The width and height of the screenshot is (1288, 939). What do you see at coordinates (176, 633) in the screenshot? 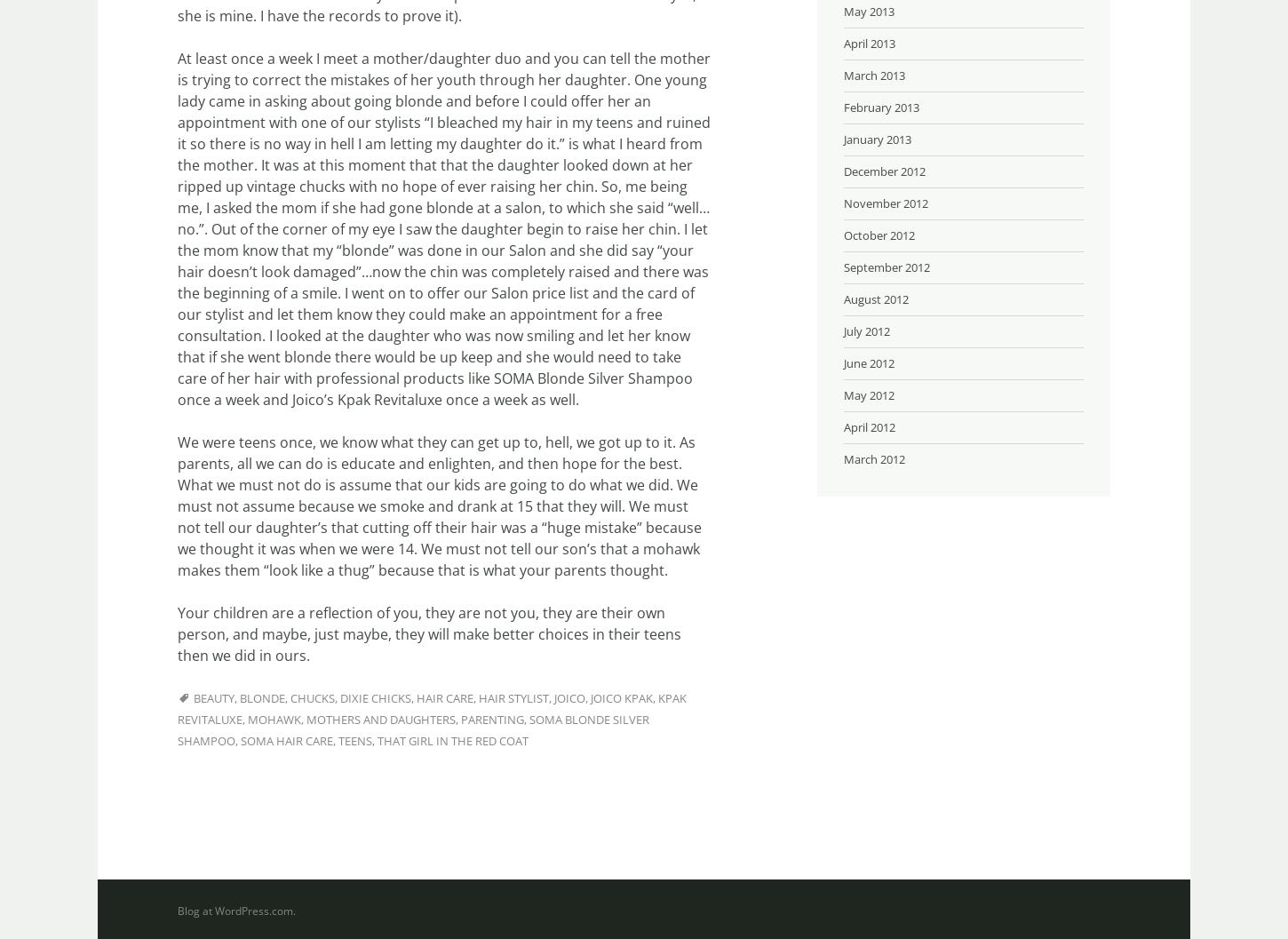
I see `'Your children are a reflection of you, they are not you, they are their own person, and maybe, just maybe, they will make better choices in their teens then we did in ours.'` at bounding box center [176, 633].